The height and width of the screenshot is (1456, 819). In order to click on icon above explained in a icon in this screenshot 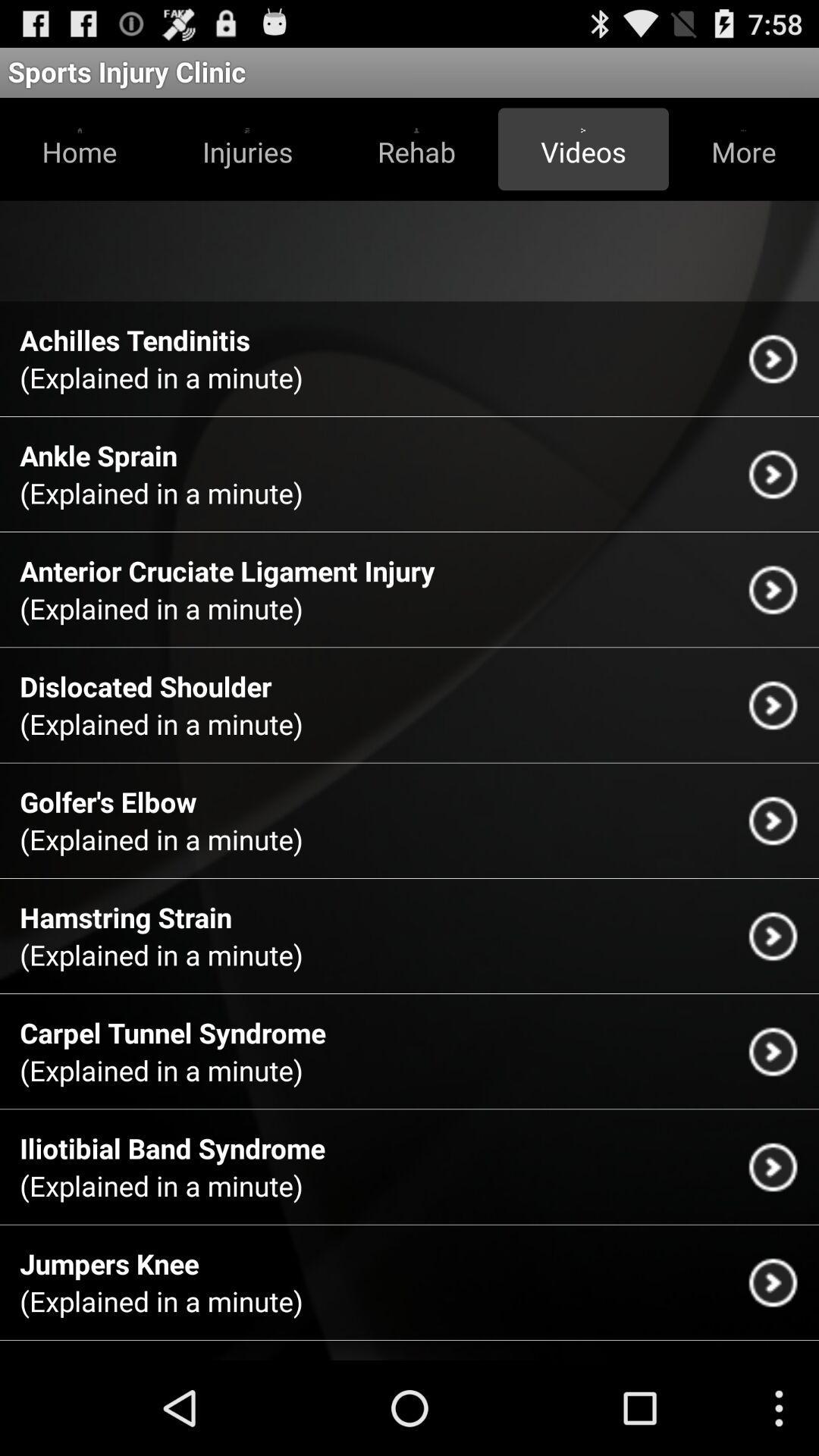, I will do `click(107, 801)`.